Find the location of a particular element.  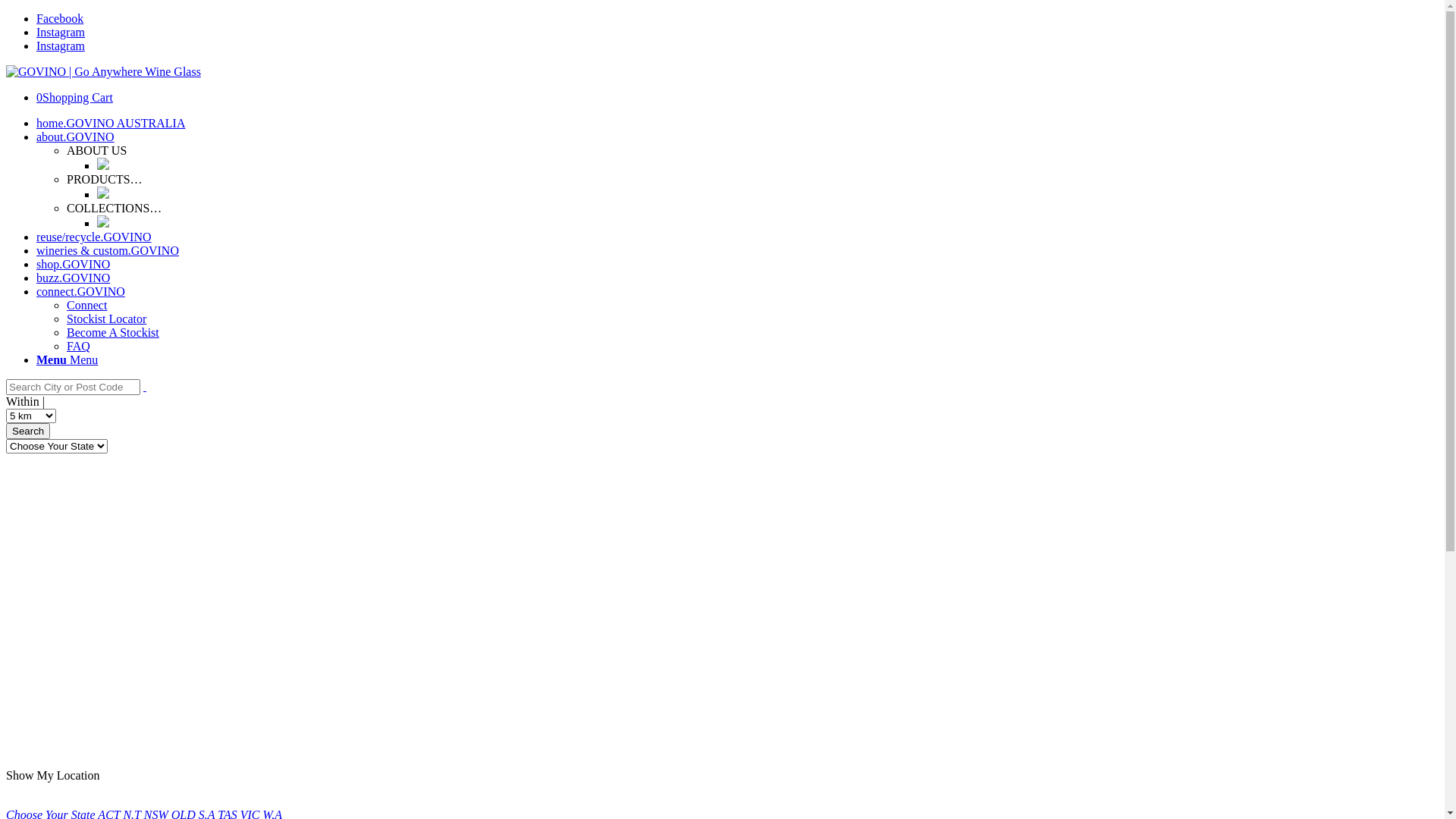

'Instagram' is located at coordinates (61, 32).